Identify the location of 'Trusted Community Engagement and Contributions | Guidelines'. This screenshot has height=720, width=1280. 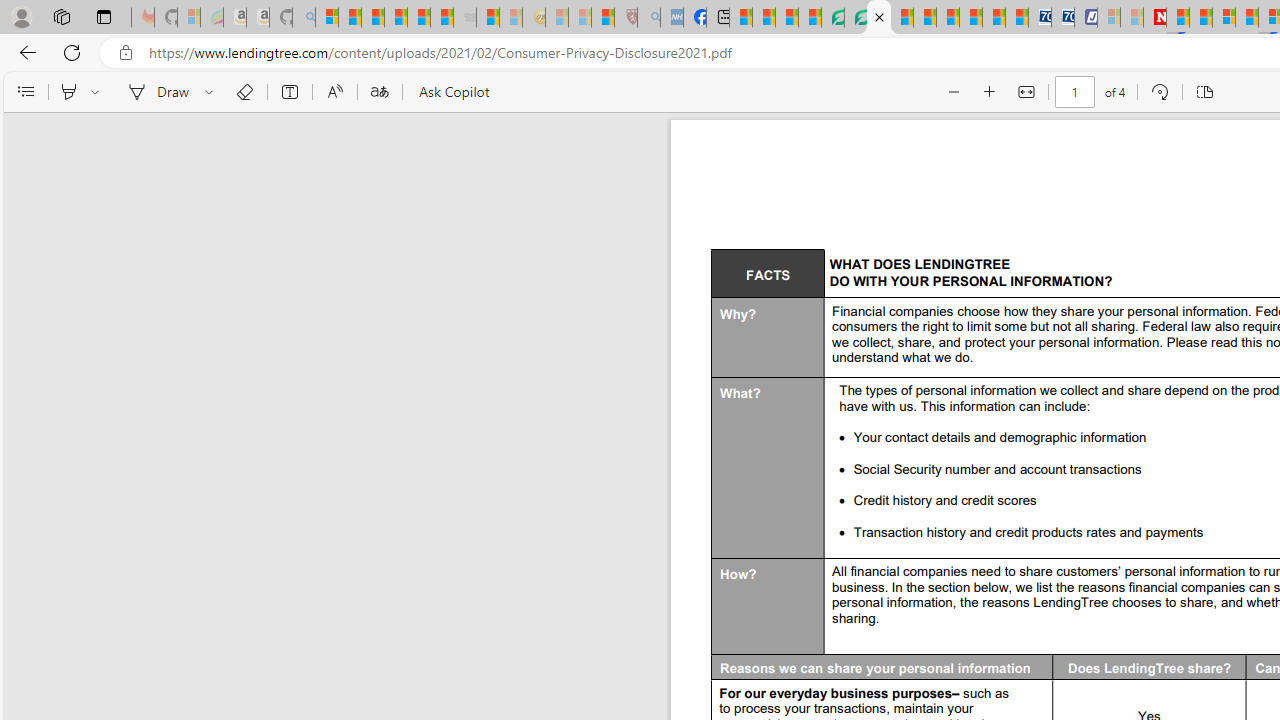
(1178, 17).